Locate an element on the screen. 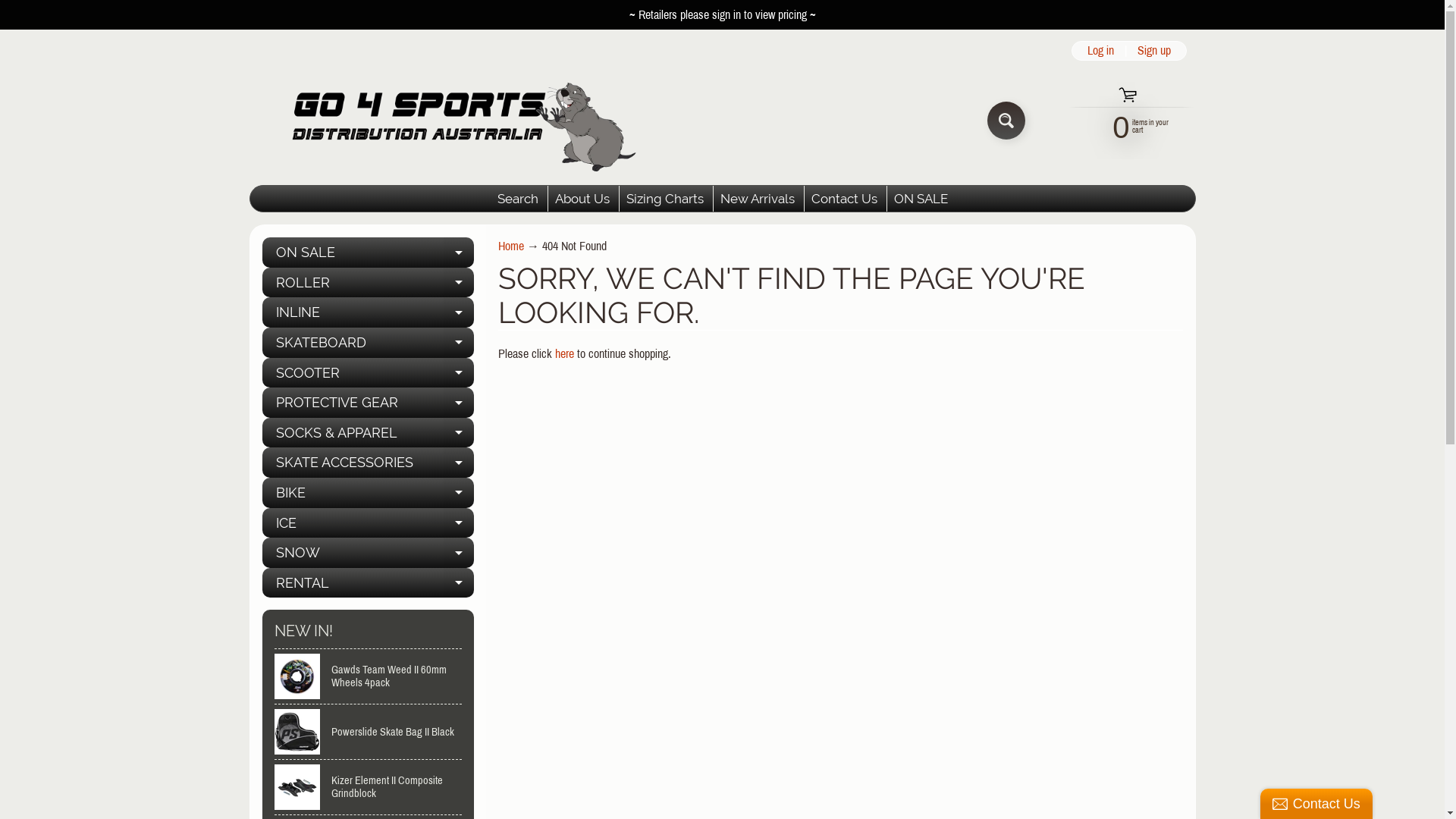 The image size is (1456, 819). 'New Arrivals' is located at coordinates (712, 198).